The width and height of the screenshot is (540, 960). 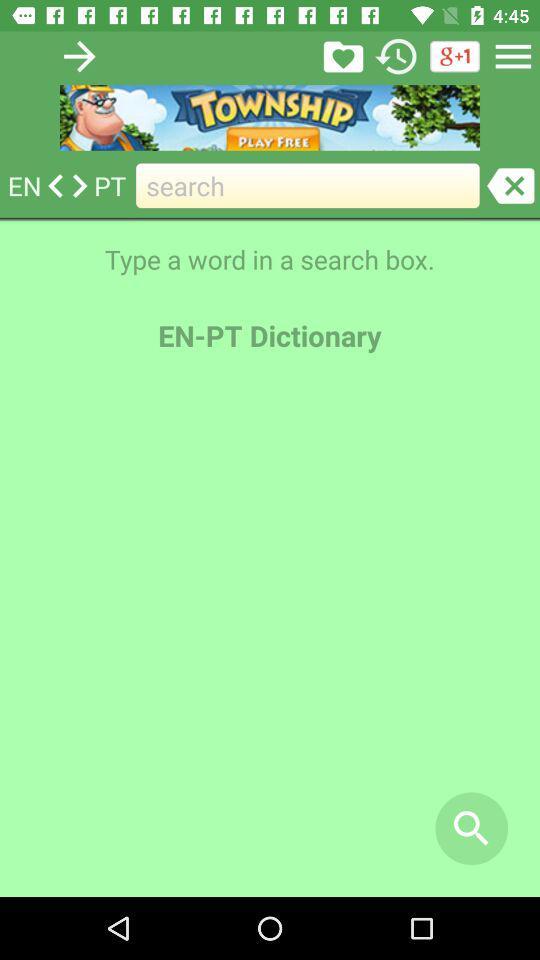 What do you see at coordinates (270, 117) in the screenshot?
I see `advertisement banner` at bounding box center [270, 117].